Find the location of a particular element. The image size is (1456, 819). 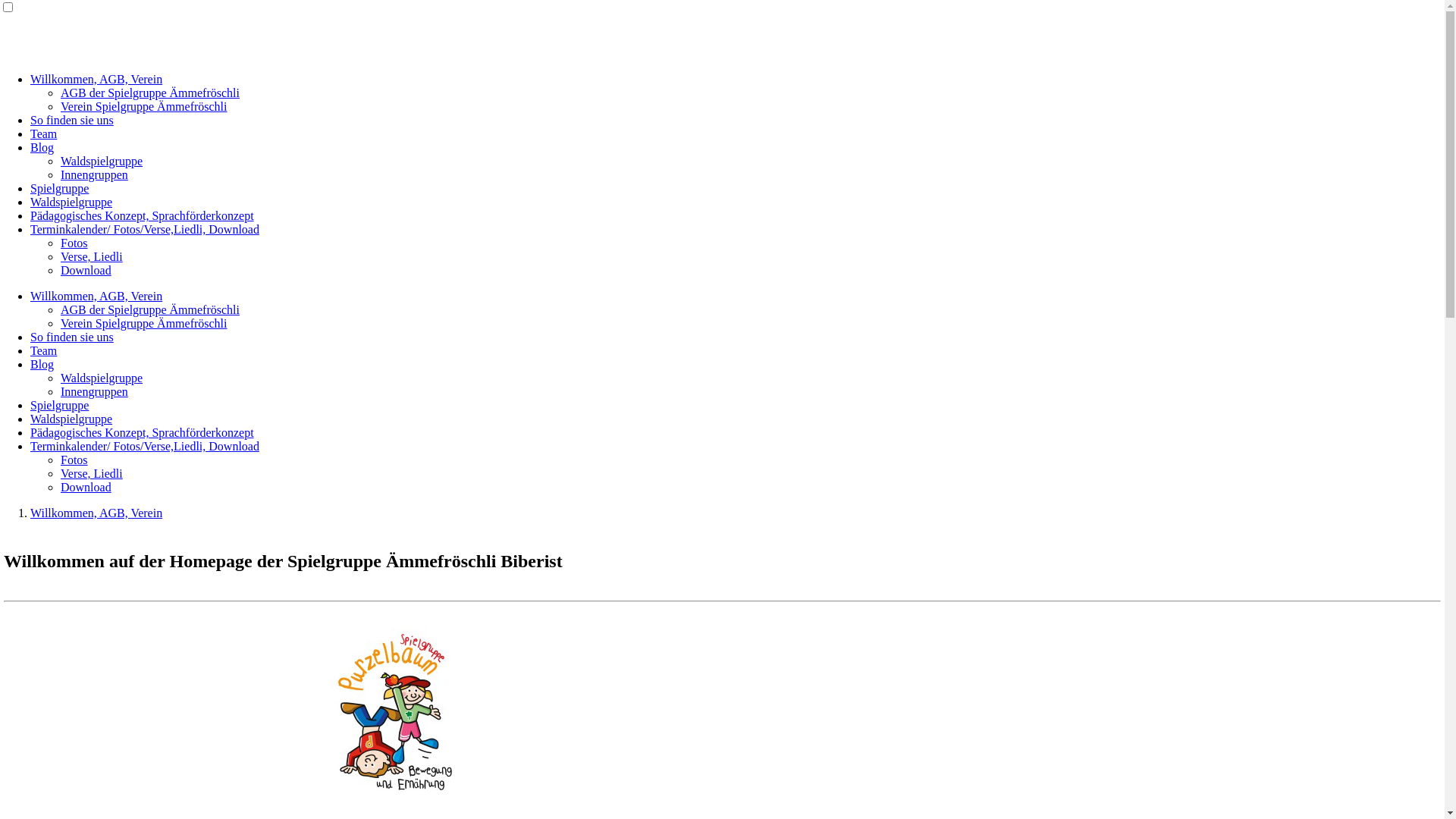

'Willkommen, AGB, Verein' is located at coordinates (95, 79).